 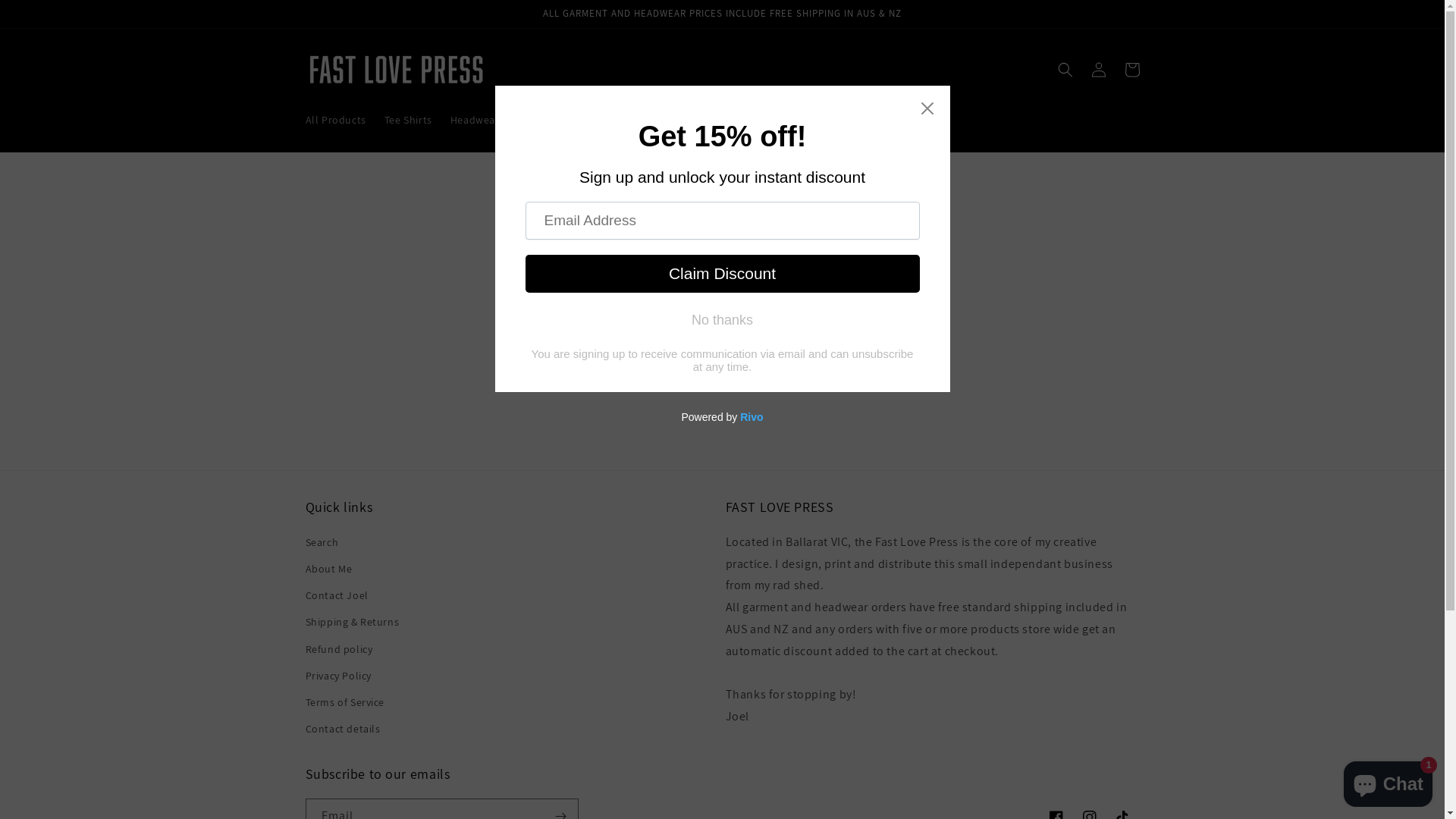 What do you see at coordinates (337, 675) in the screenshot?
I see `'Privacy Policy'` at bounding box center [337, 675].